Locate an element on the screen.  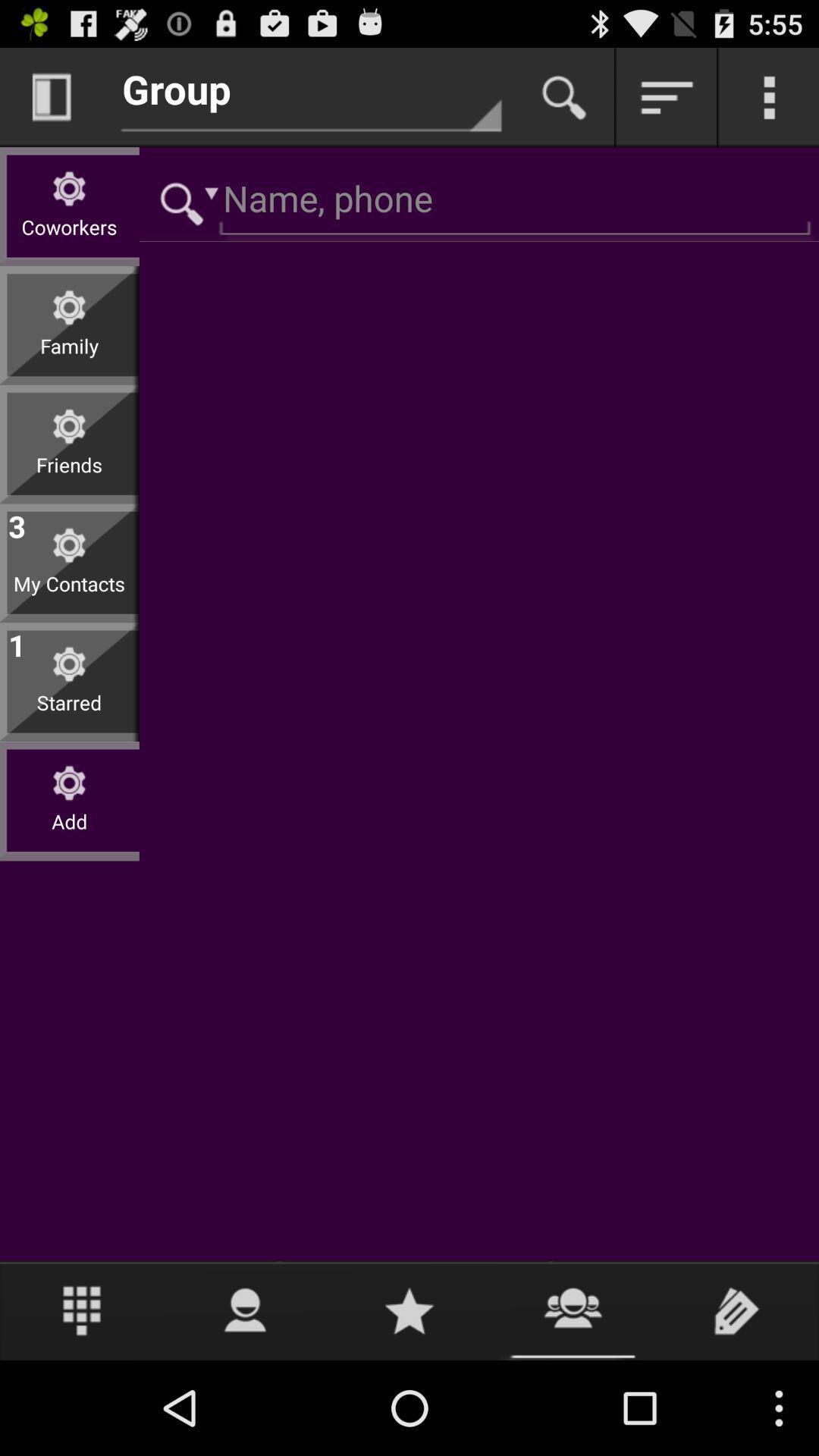
the dialpad icon is located at coordinates (82, 1401).